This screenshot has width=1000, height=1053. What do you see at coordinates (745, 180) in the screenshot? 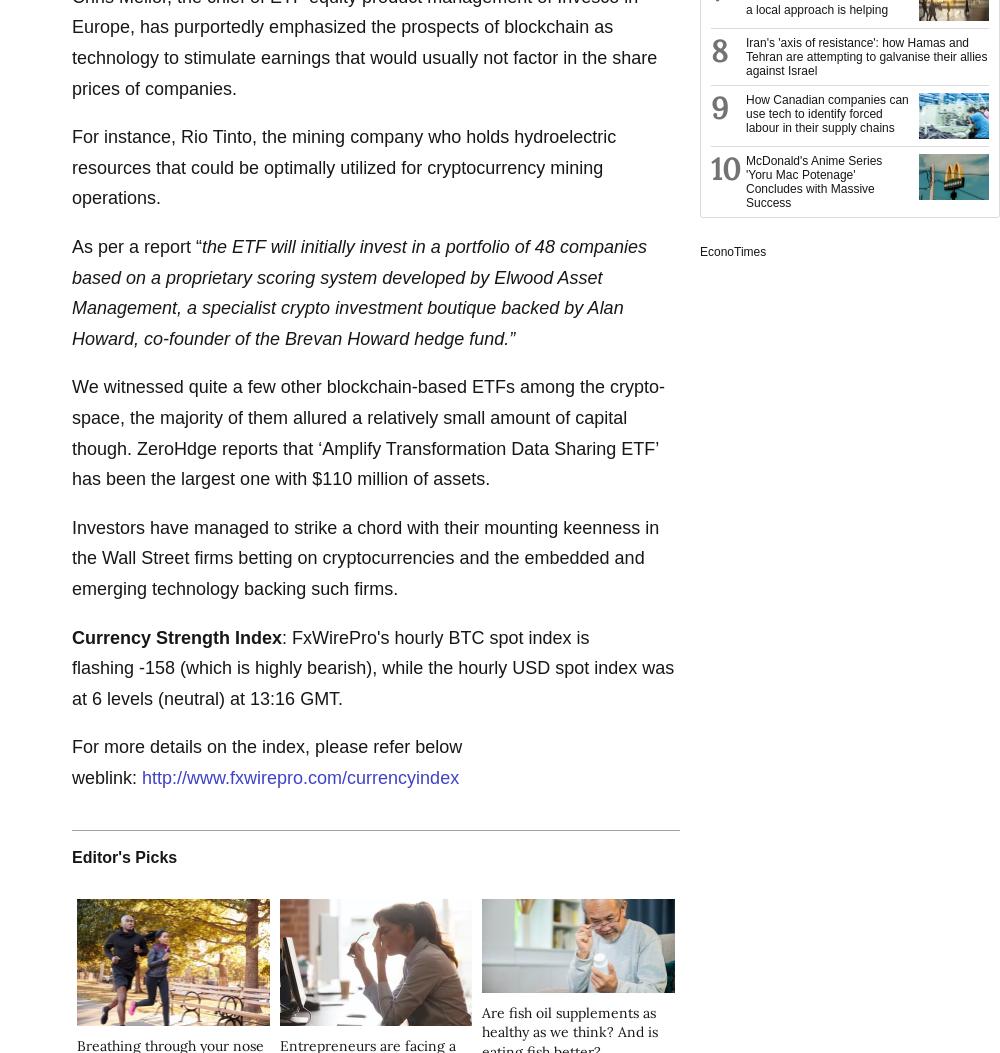
I see `'McDonald's Anime Series 'Yoru Mac Potenage' Concludes with Massive Success'` at bounding box center [745, 180].